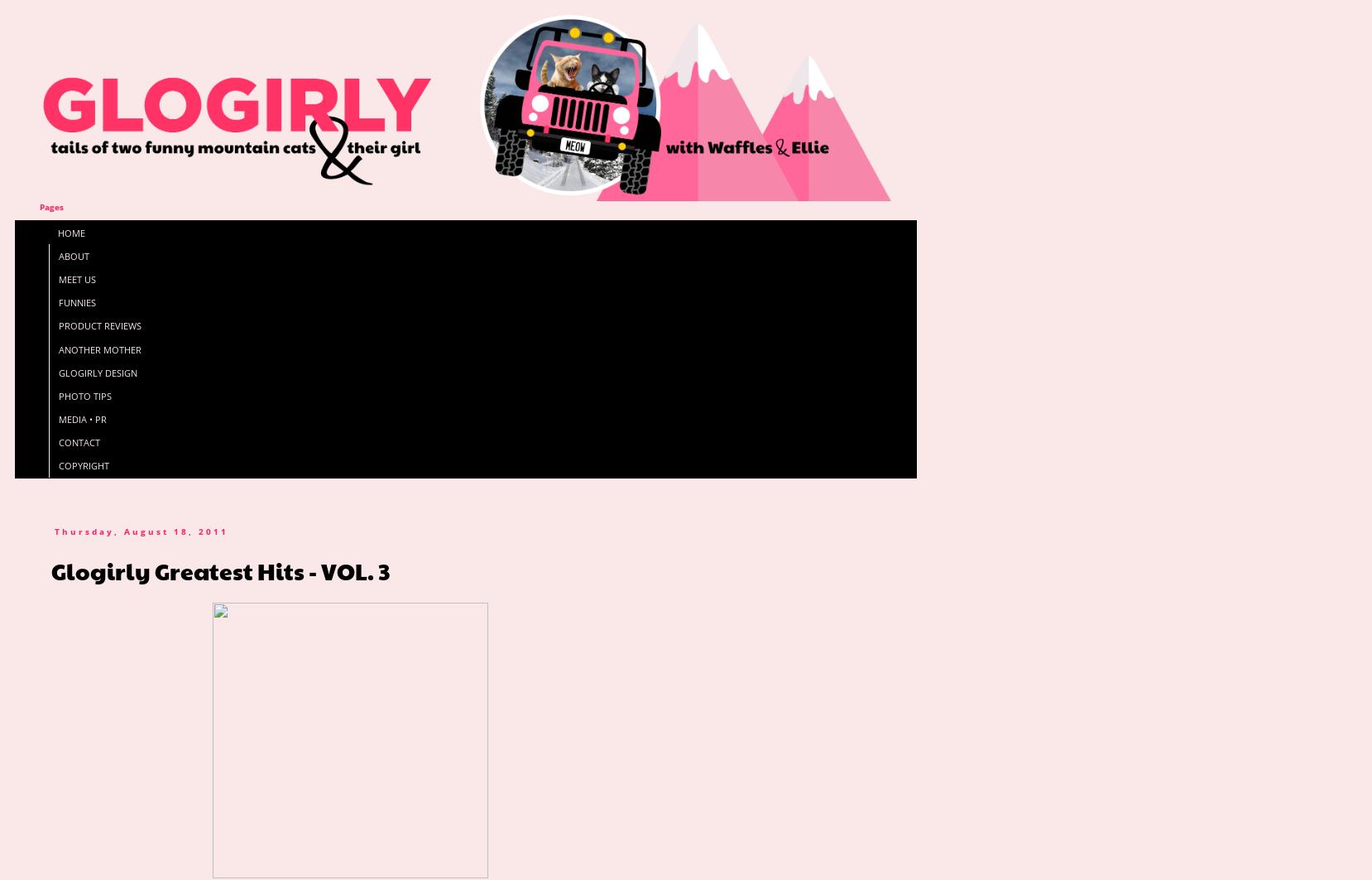  I want to click on 'Pages', so click(50, 207).